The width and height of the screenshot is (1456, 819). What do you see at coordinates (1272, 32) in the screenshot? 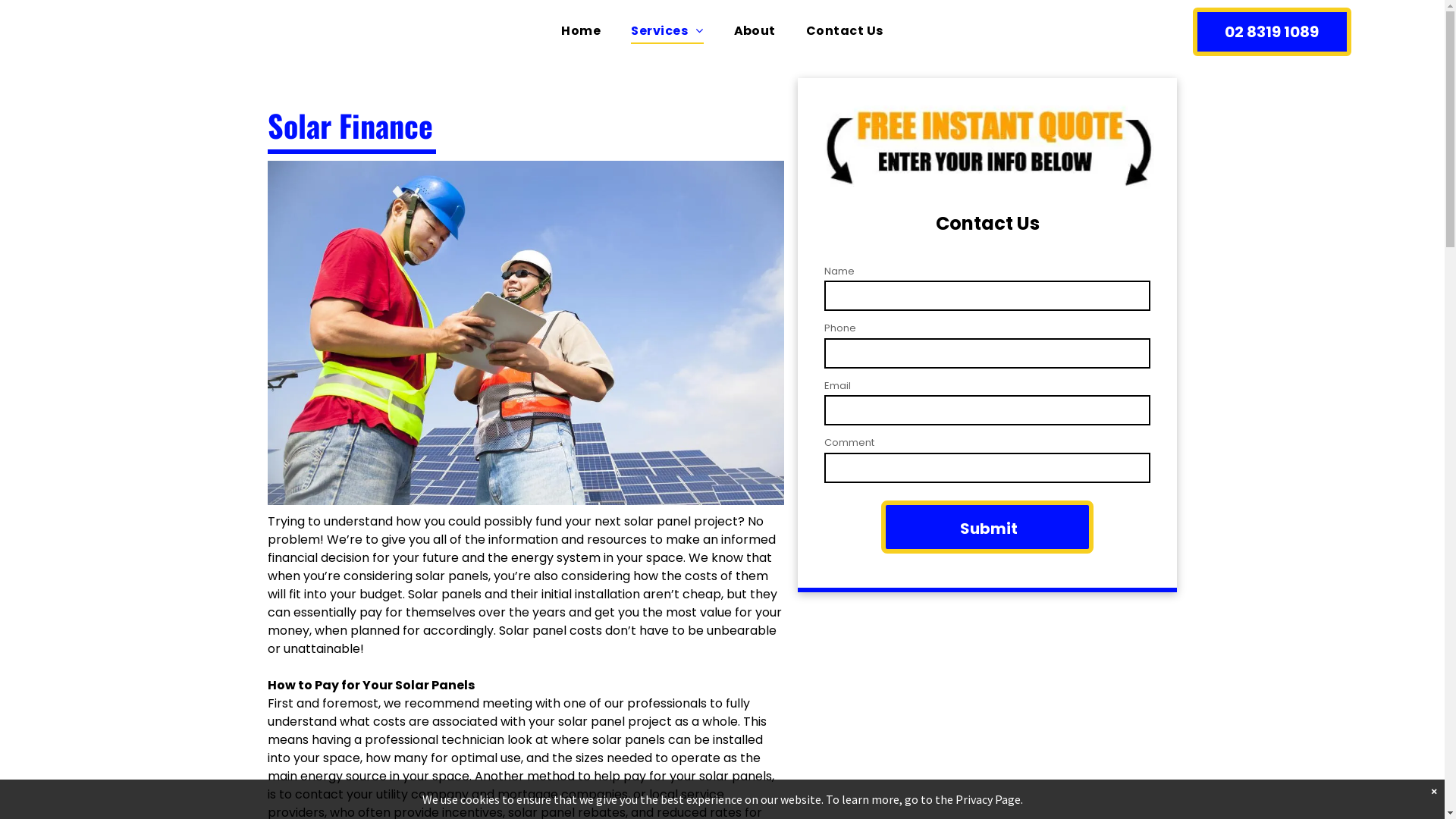
I see `'02 8319 1089'` at bounding box center [1272, 32].